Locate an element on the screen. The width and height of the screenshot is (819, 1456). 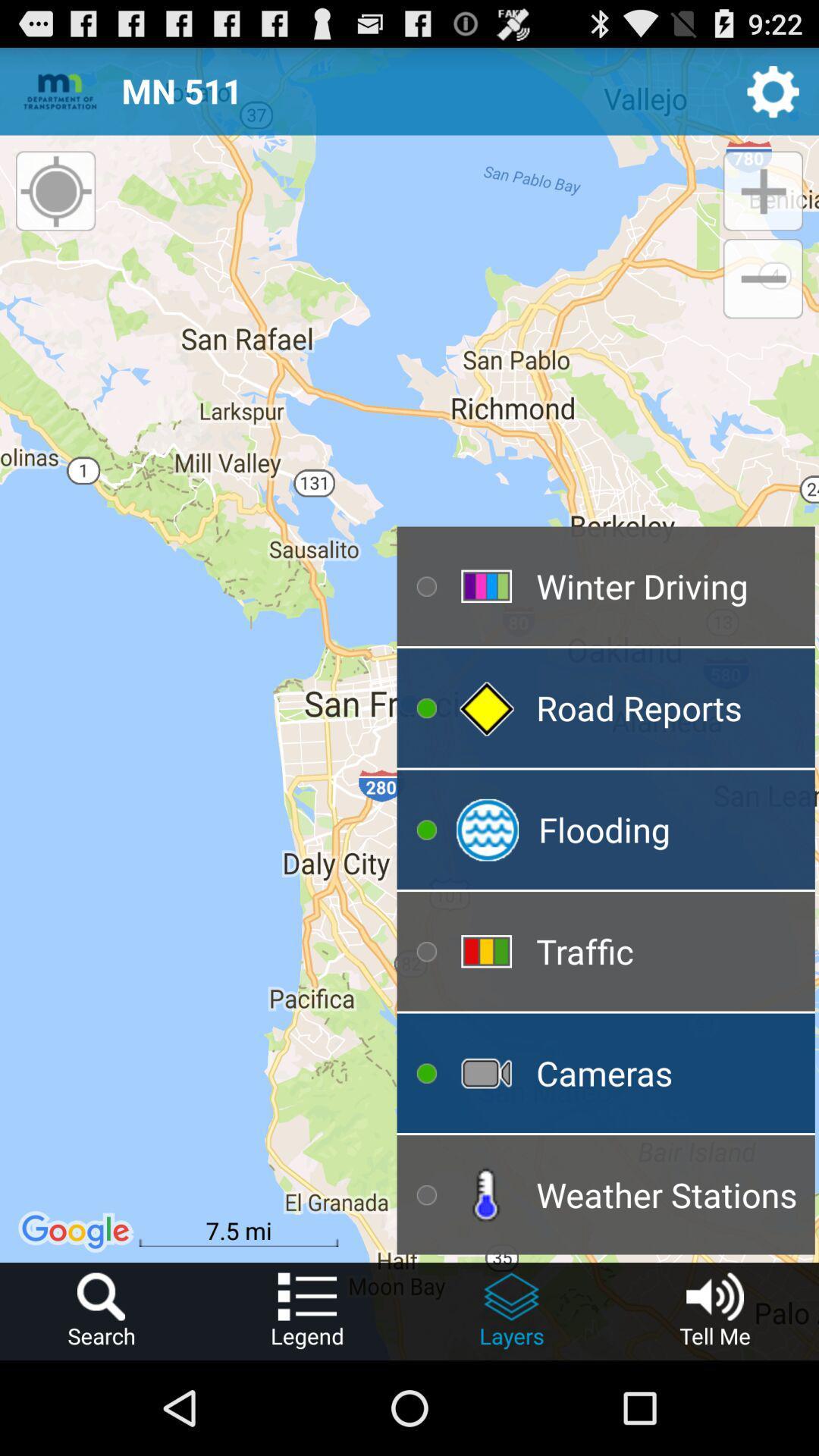
the location_crosshair icon is located at coordinates (55, 203).